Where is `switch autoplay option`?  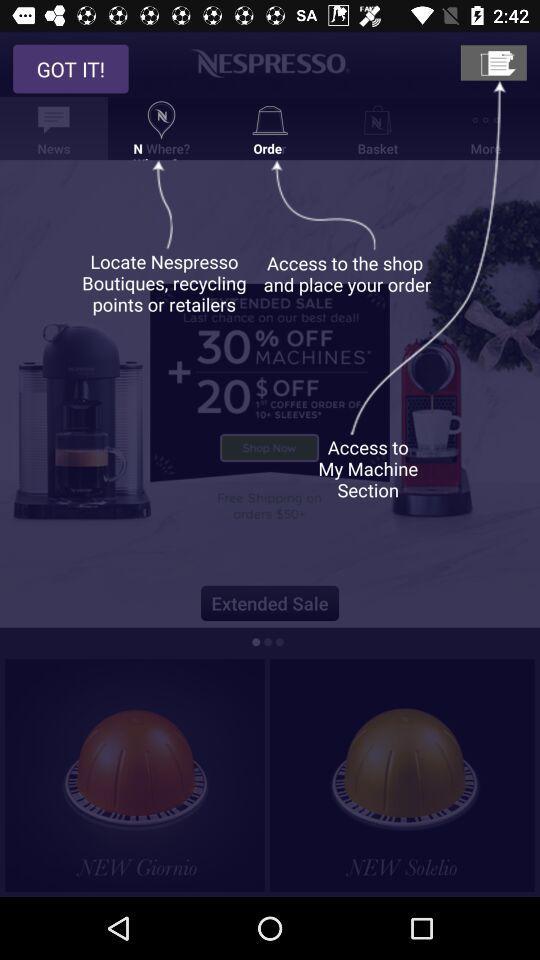 switch autoplay option is located at coordinates (402, 774).